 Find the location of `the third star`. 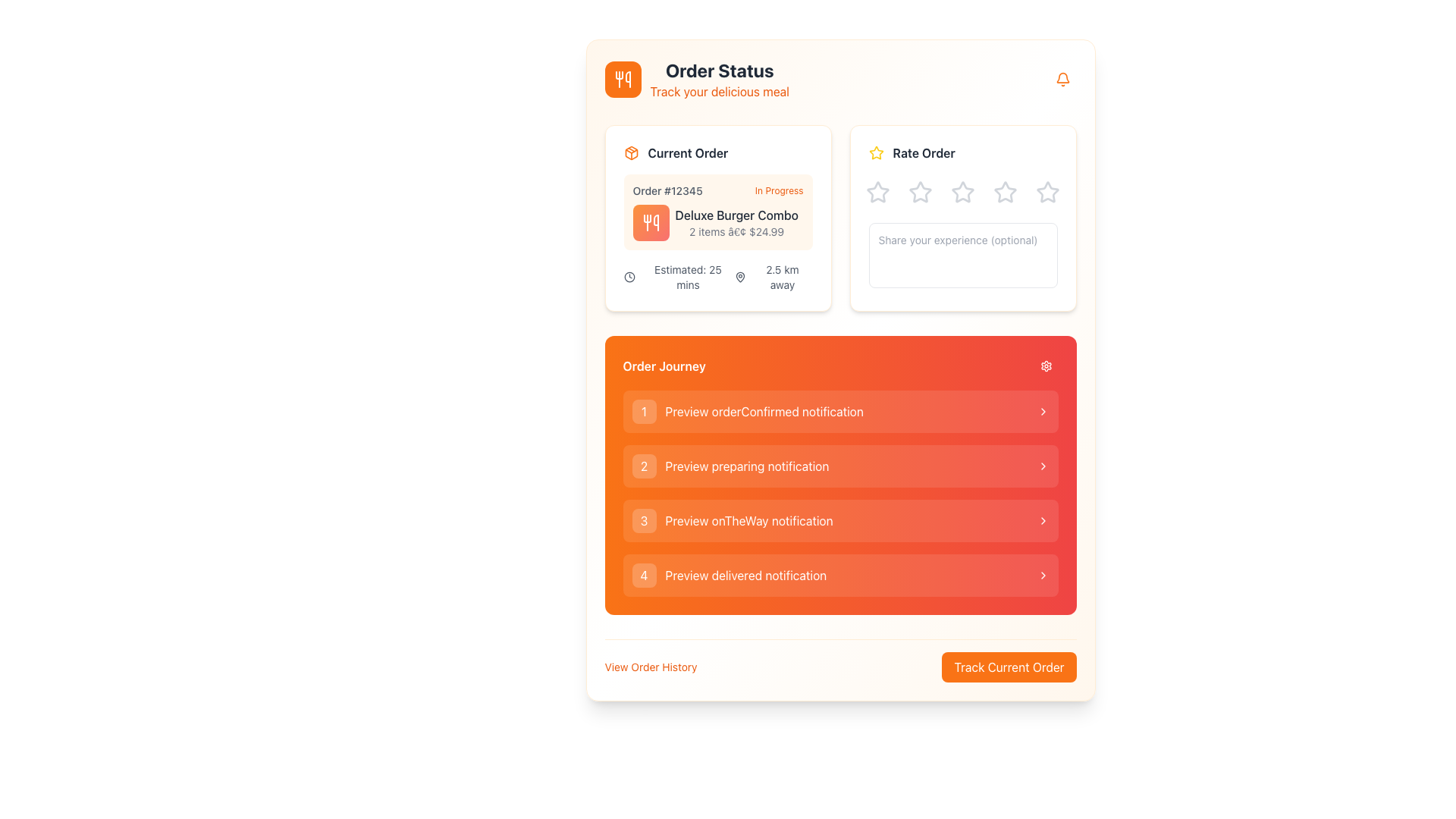

the third star is located at coordinates (962, 192).